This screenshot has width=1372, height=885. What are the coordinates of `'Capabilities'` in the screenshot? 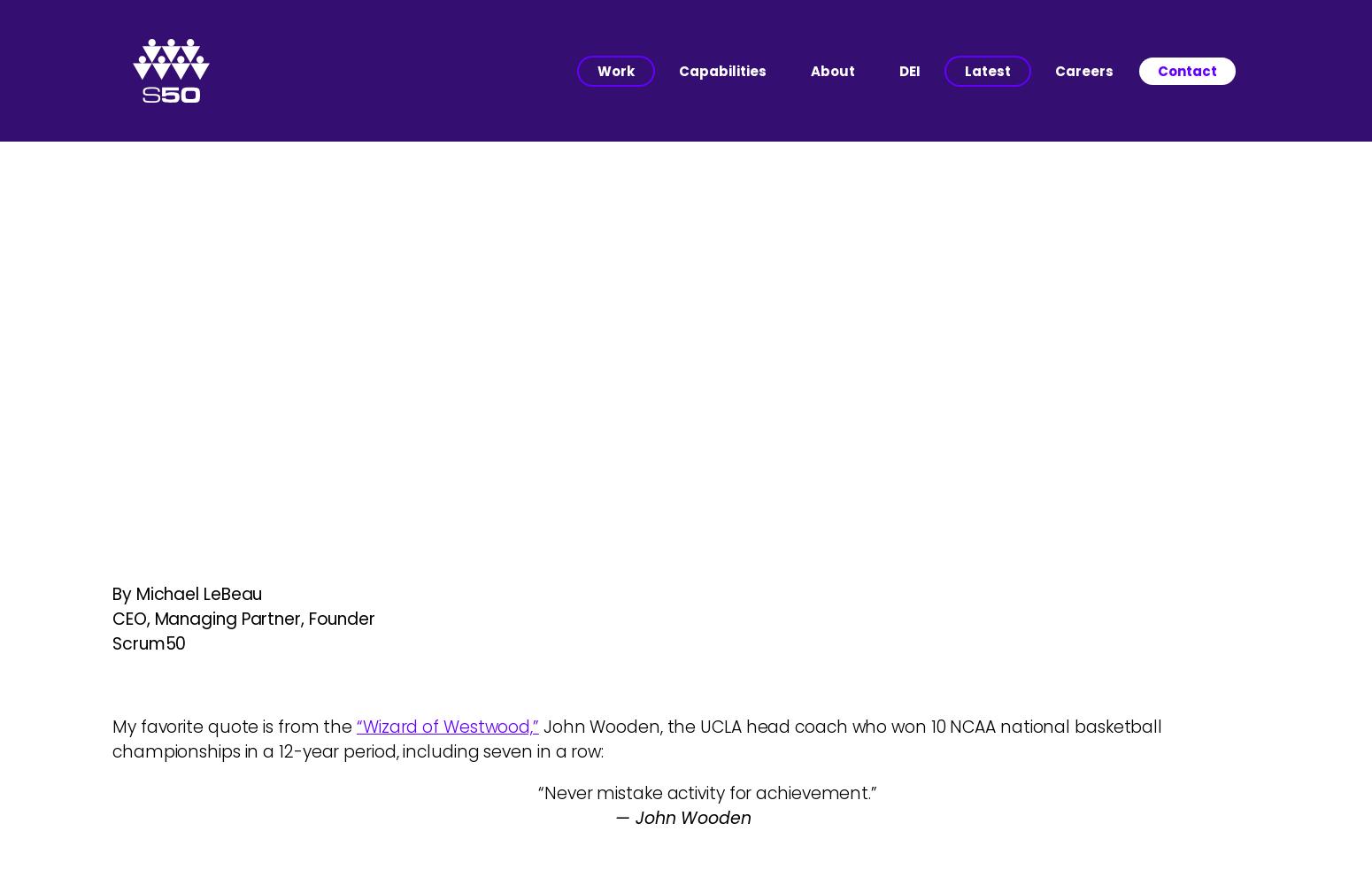 It's located at (721, 69).